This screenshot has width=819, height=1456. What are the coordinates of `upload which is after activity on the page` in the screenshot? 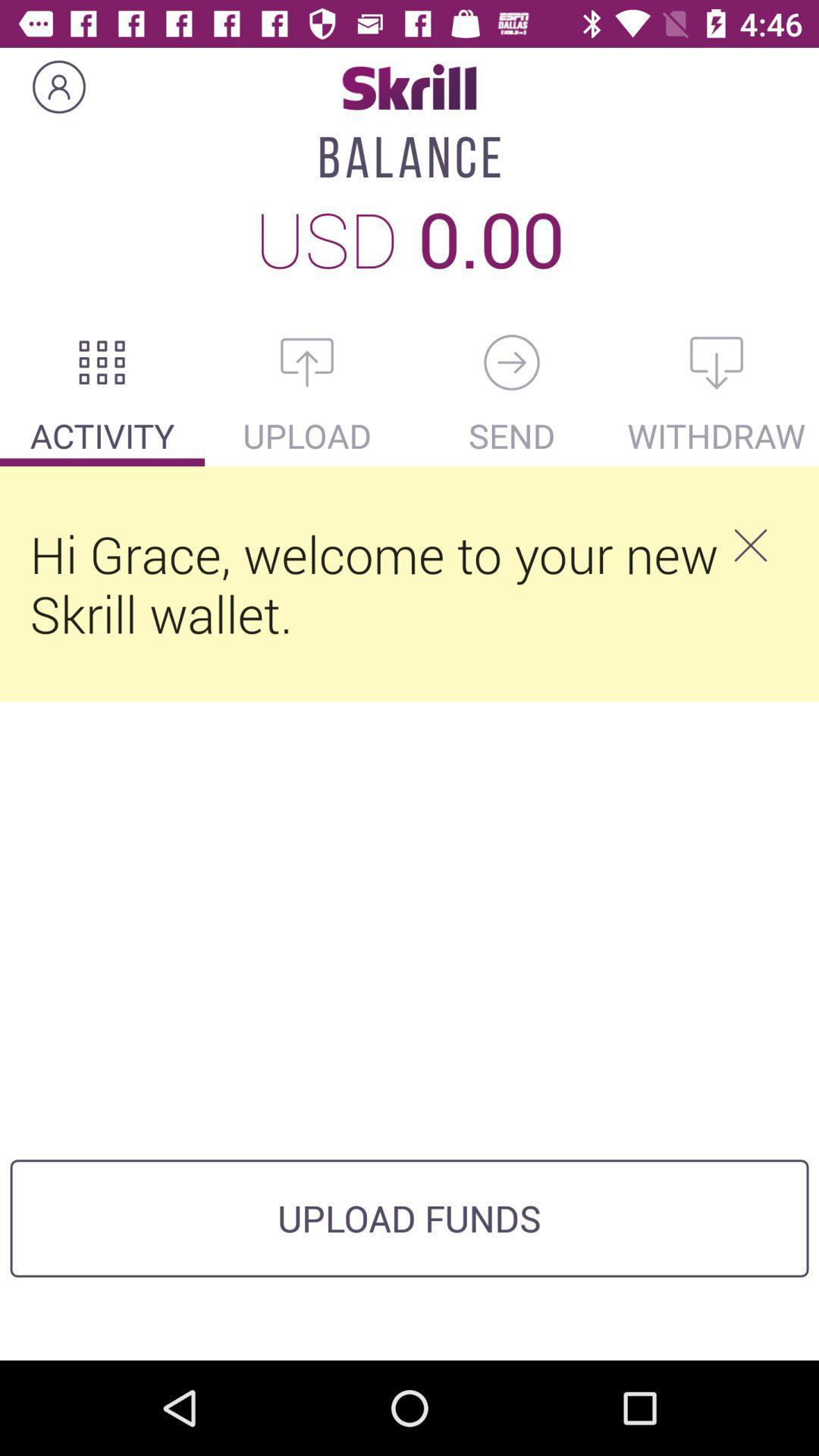 It's located at (307, 435).